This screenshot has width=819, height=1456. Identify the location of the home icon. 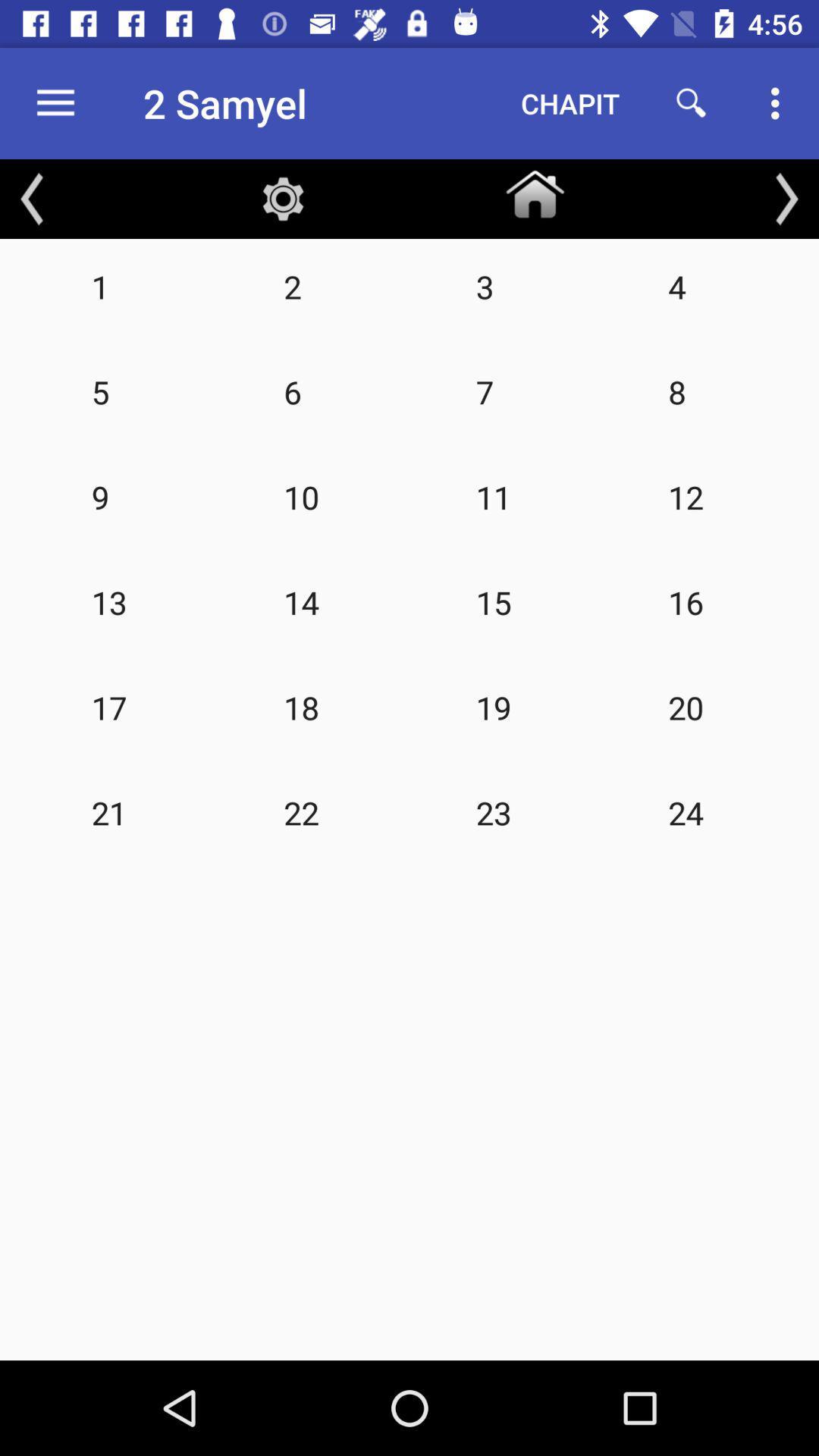
(534, 190).